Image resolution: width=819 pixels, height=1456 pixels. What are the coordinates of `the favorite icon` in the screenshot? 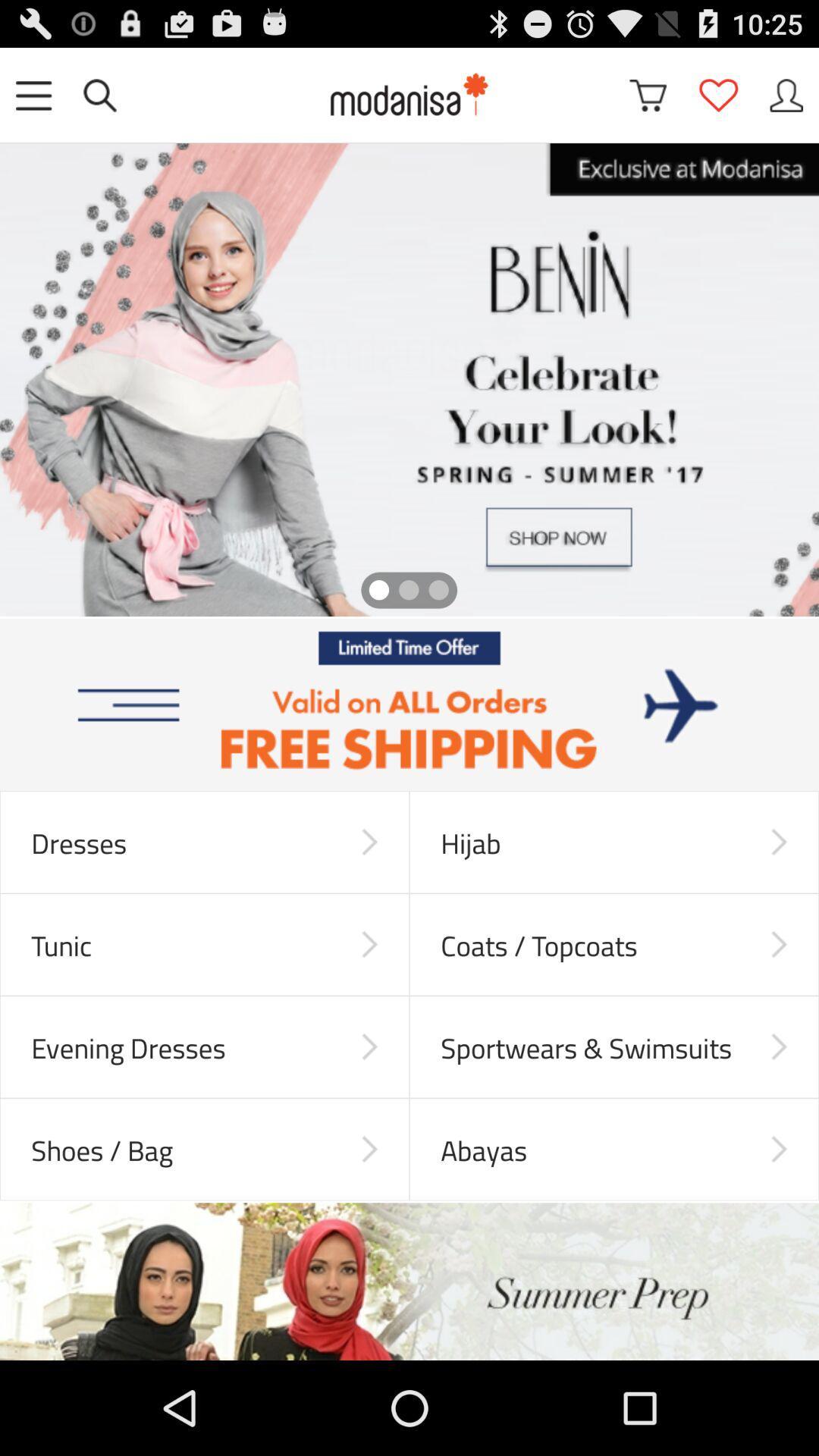 It's located at (717, 101).